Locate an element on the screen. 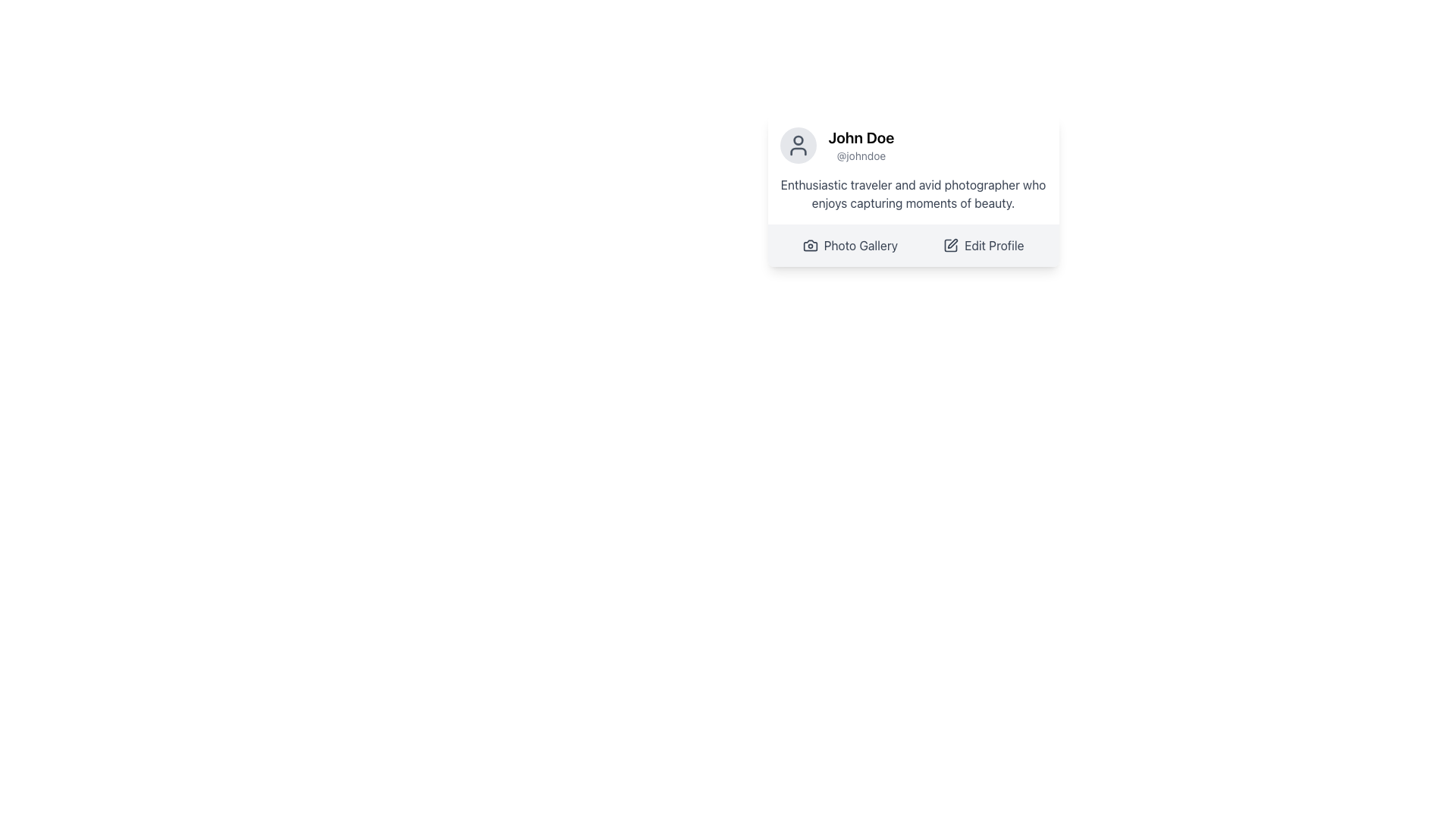  the camera icon located to the left of the 'Photo Gallery' text label, which features a clean and modern outline design is located at coordinates (809, 245).